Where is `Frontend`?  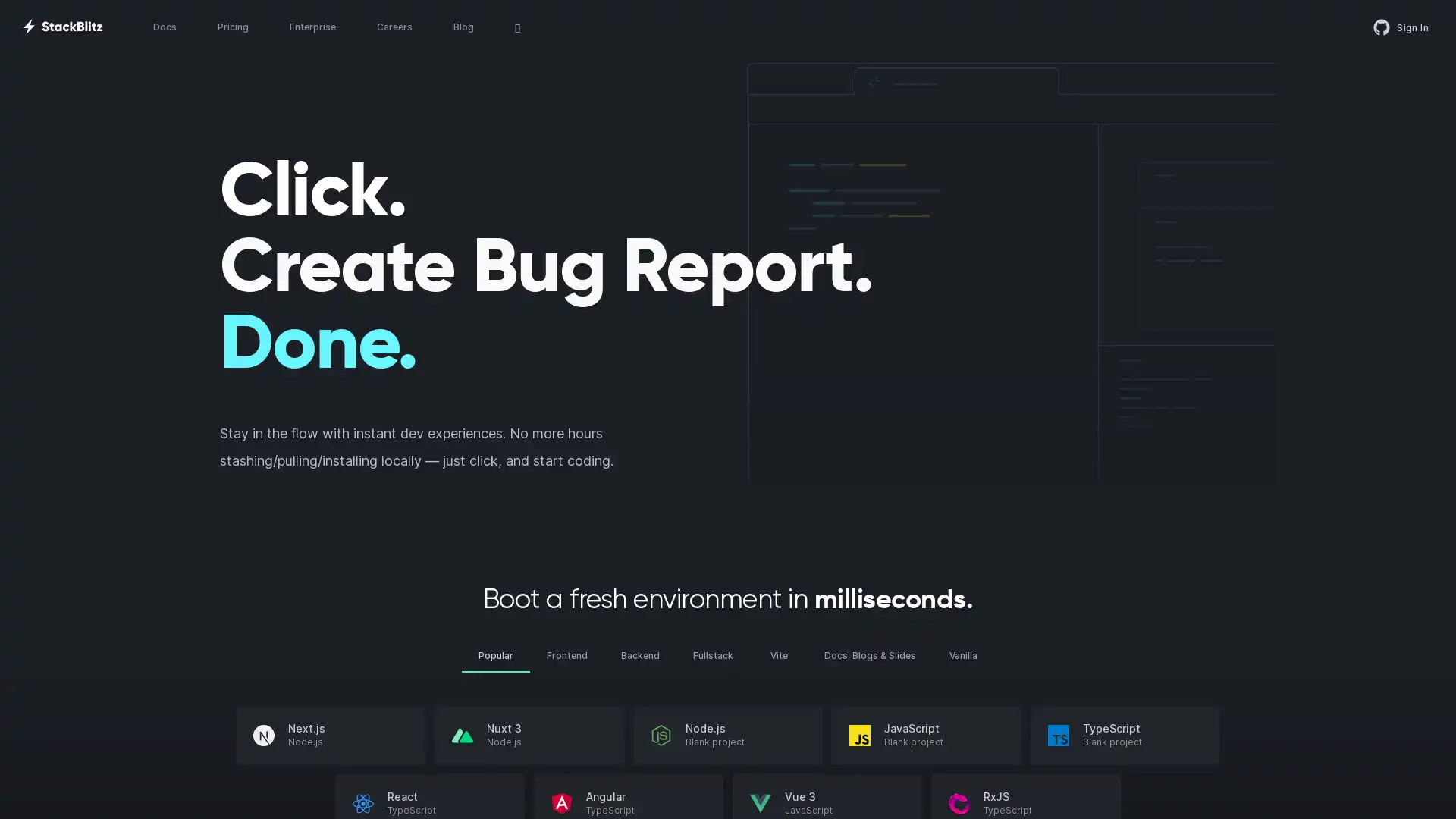 Frontend is located at coordinates (566, 654).